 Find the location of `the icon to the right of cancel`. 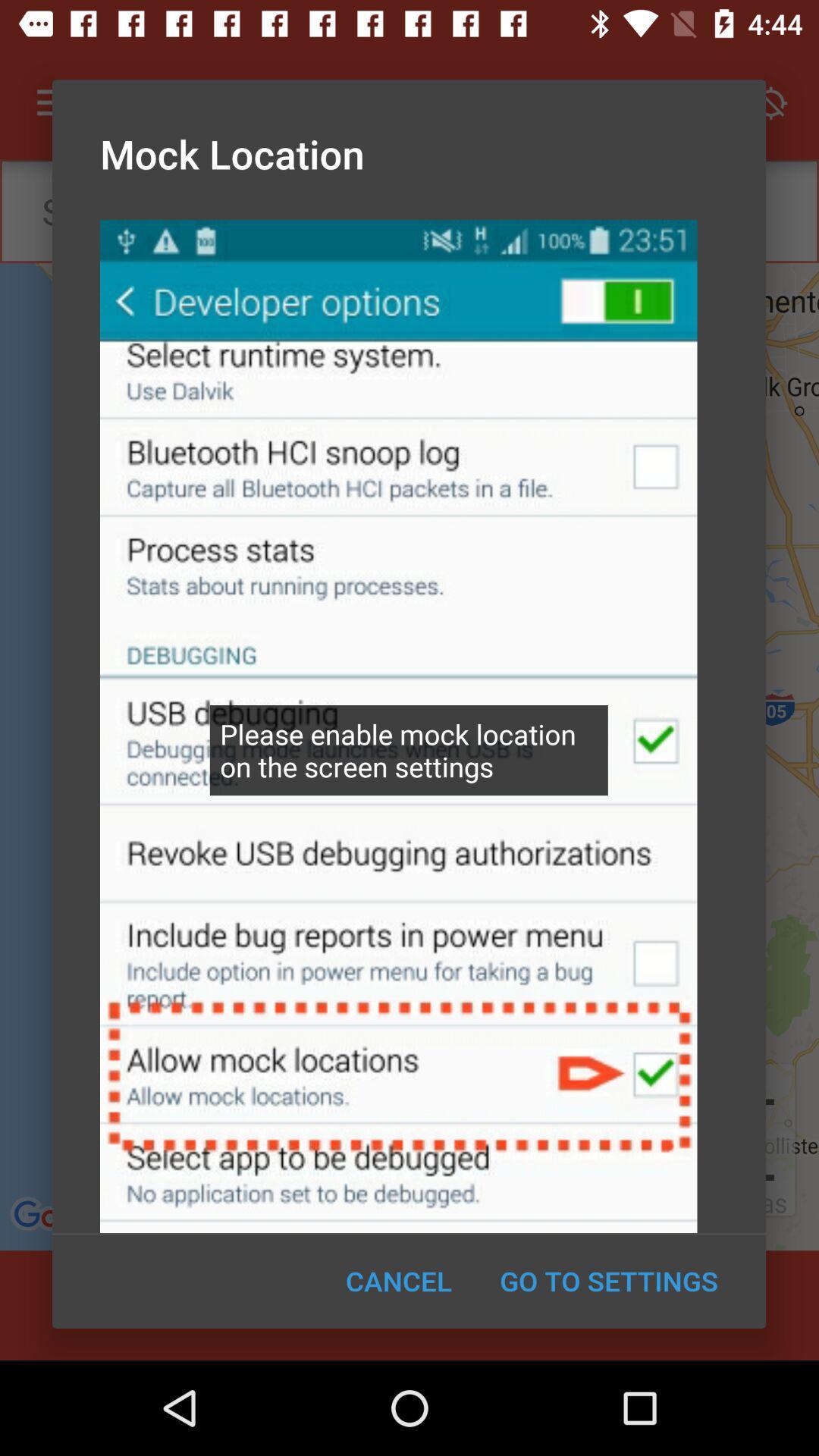

the icon to the right of cancel is located at coordinates (608, 1280).